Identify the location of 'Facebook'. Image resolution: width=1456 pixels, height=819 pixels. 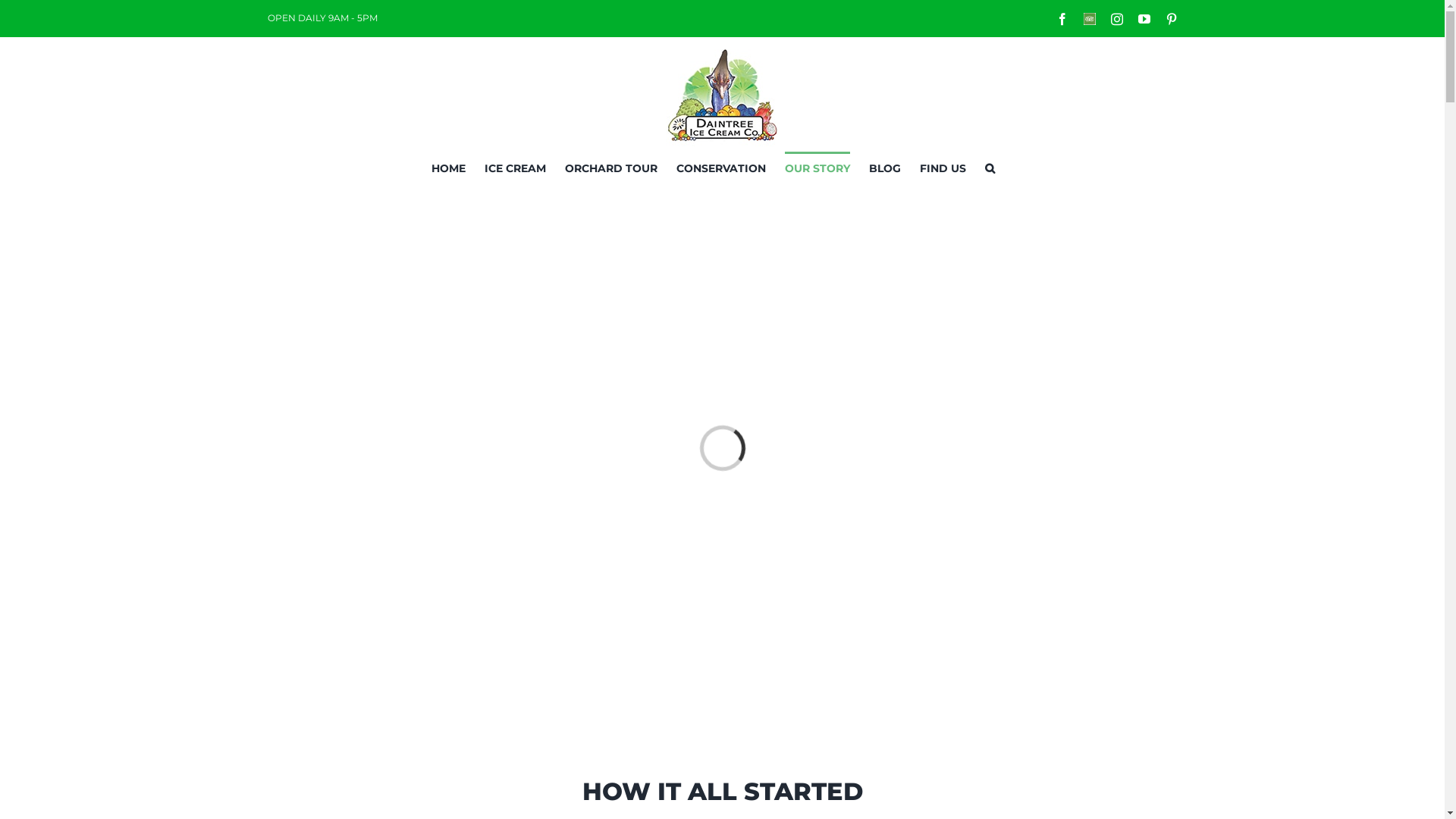
(1061, 17).